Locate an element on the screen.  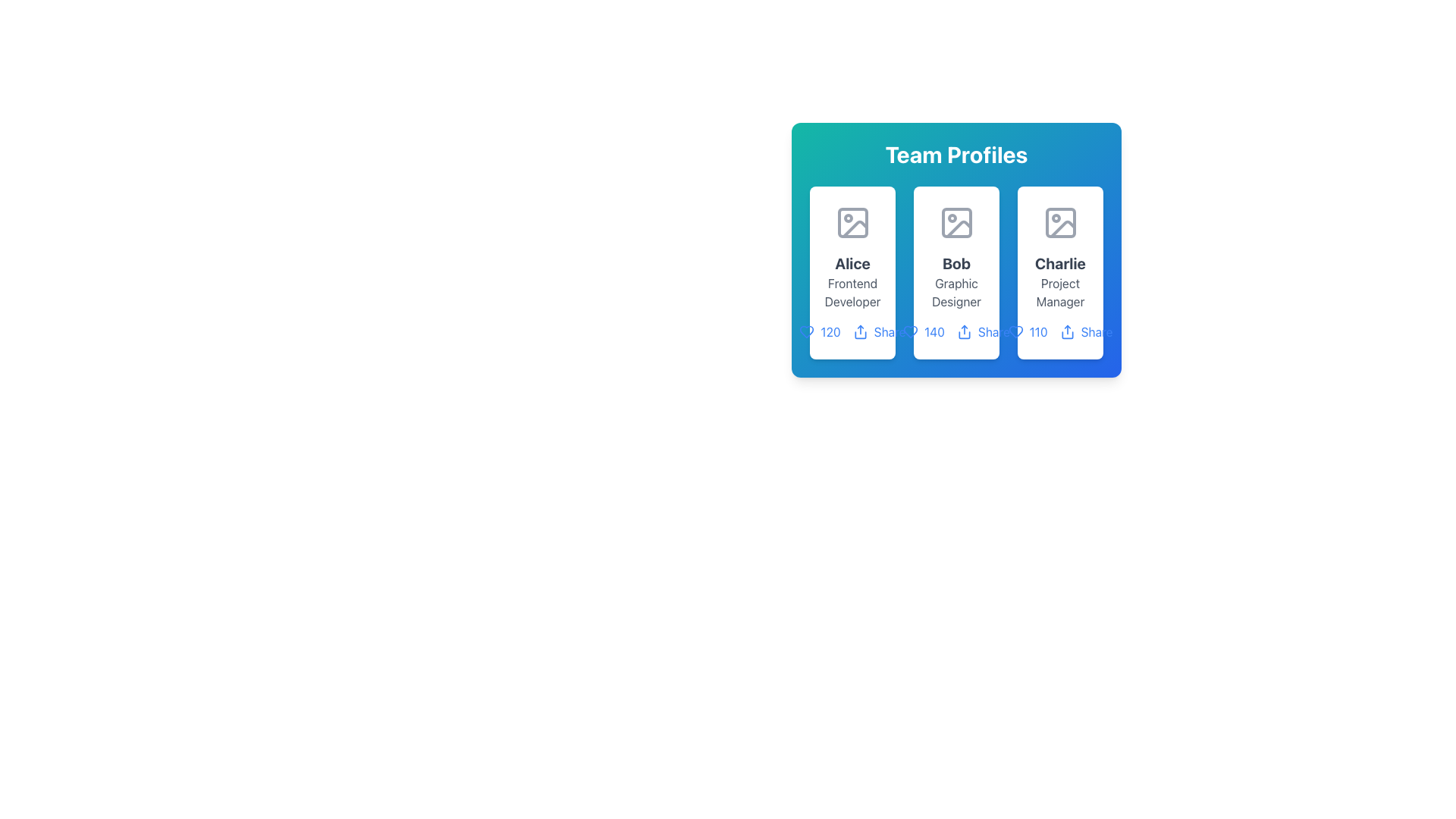
text label that indicates the profession or role of 'Bob', located beneath the 'Bob' title in the second column of user profile cards is located at coordinates (955, 292).